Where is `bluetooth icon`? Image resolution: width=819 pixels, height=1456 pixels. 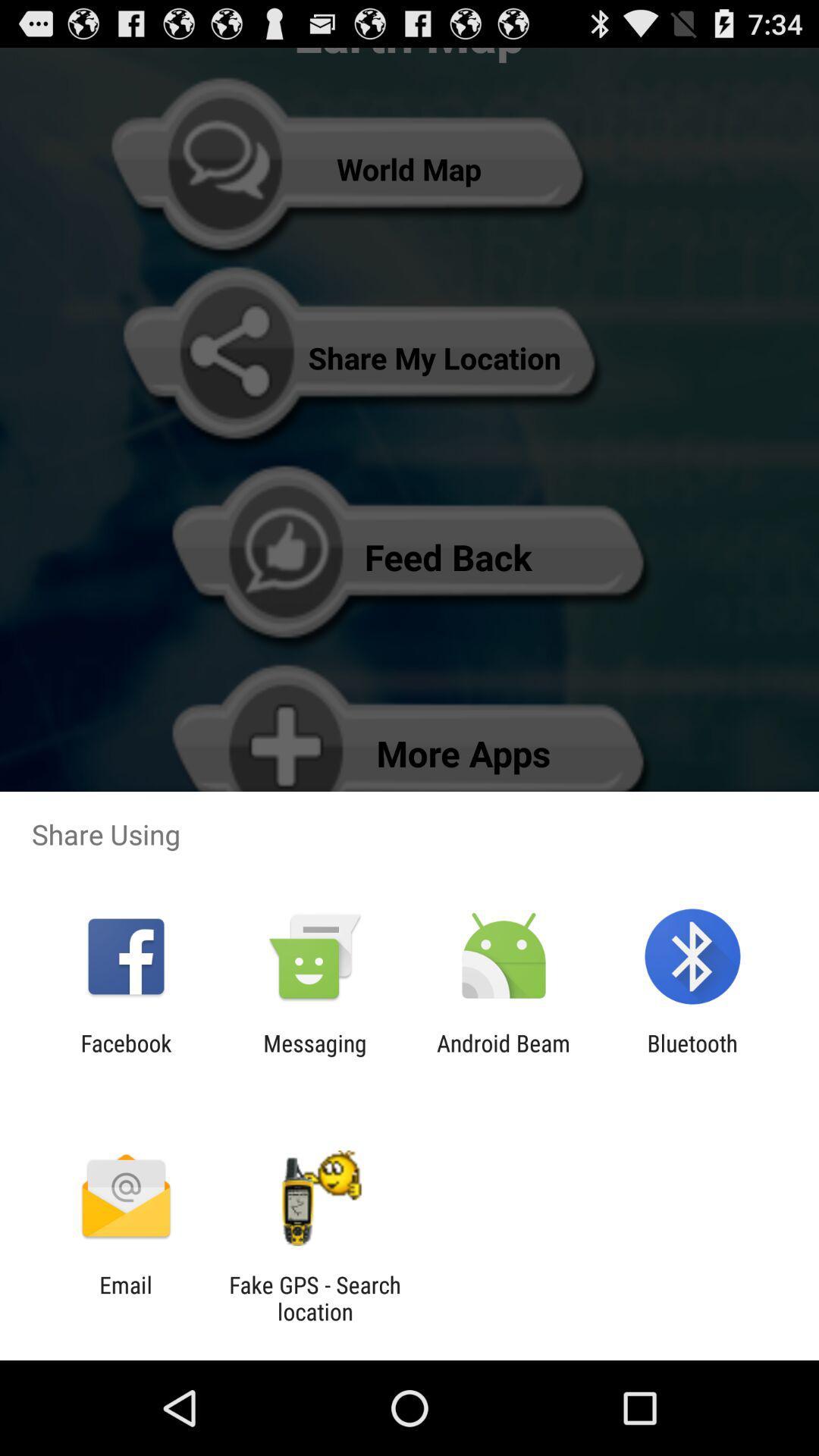
bluetooth icon is located at coordinates (692, 1056).